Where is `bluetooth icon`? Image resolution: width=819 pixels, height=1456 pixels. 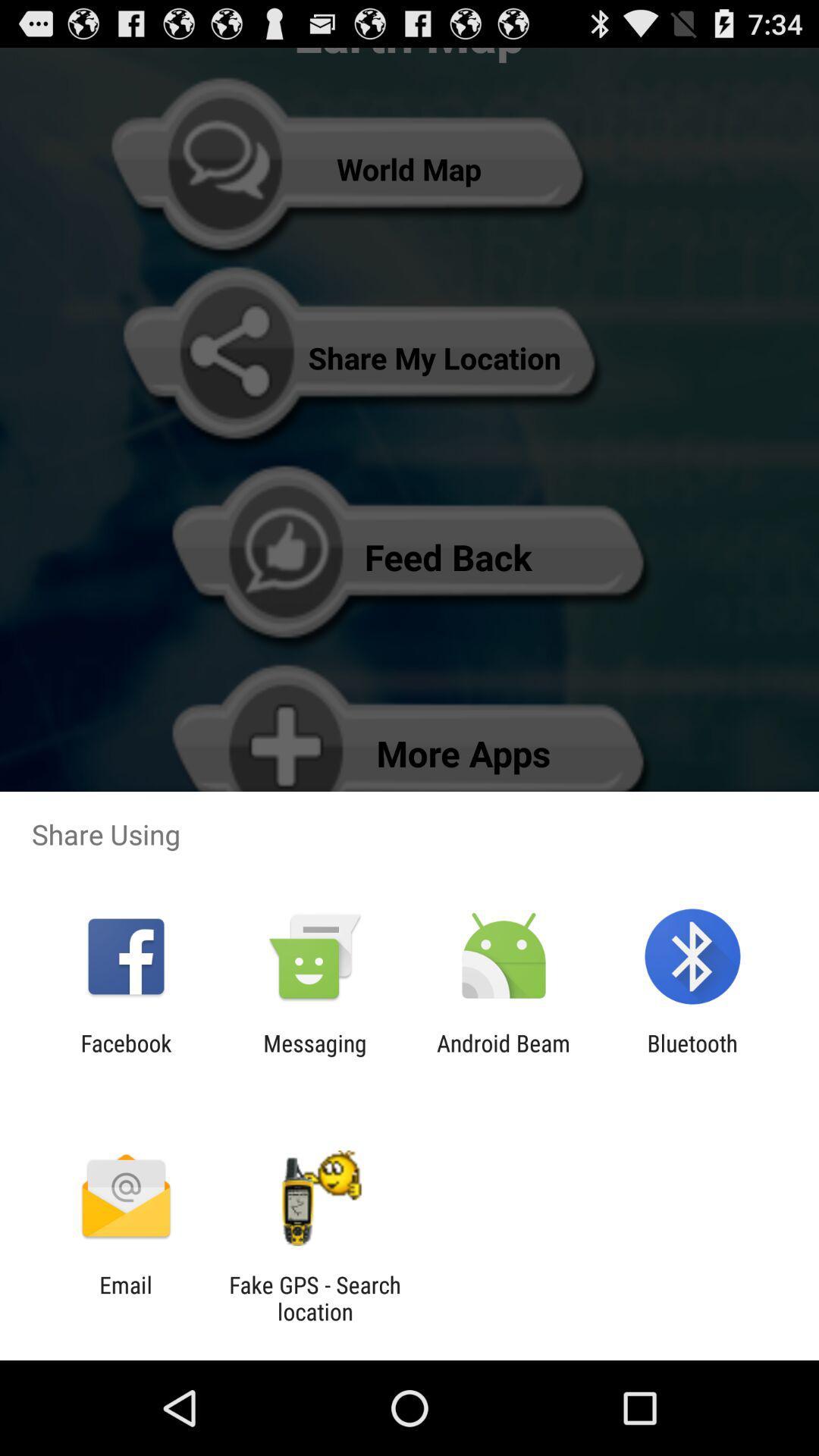
bluetooth icon is located at coordinates (692, 1056).